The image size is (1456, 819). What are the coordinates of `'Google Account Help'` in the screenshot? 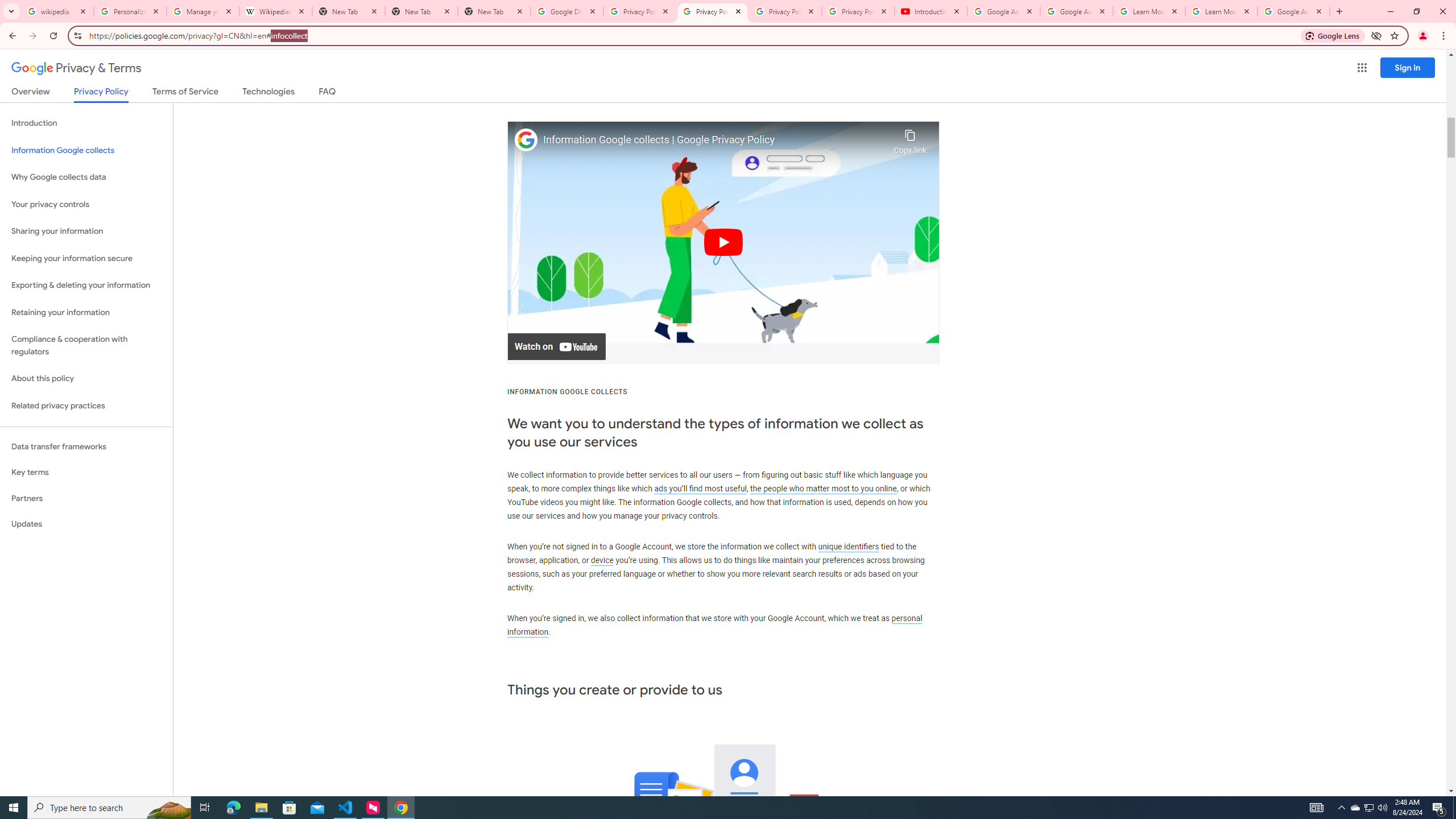 It's located at (1004, 11).